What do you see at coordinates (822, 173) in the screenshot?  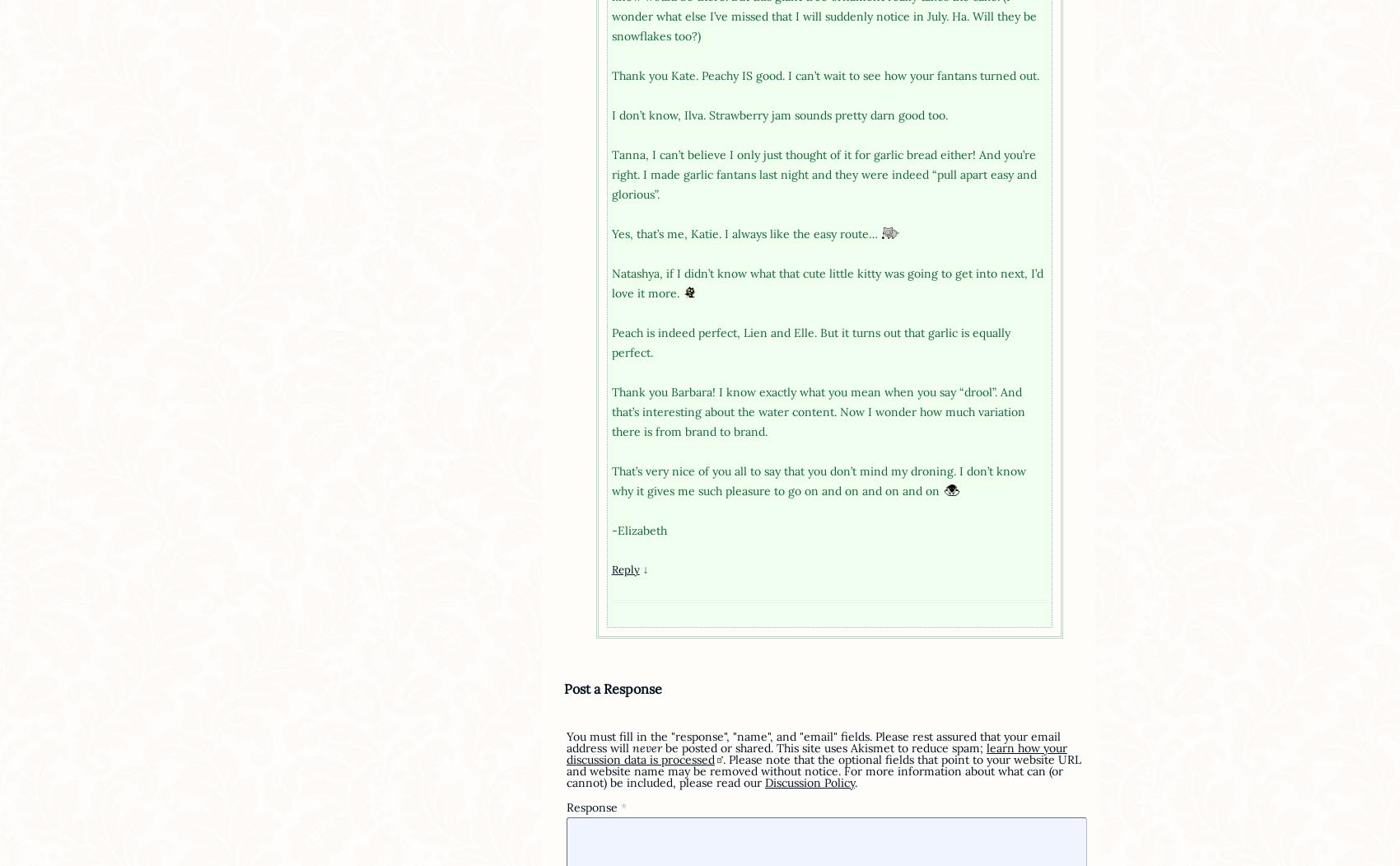 I see `'Tanna, I can’t believe I only just thought of it for garlic bread either! And you’re right. I made garlic fantans last night and they were indeed “pull apart easy and glorious”.'` at bounding box center [822, 173].